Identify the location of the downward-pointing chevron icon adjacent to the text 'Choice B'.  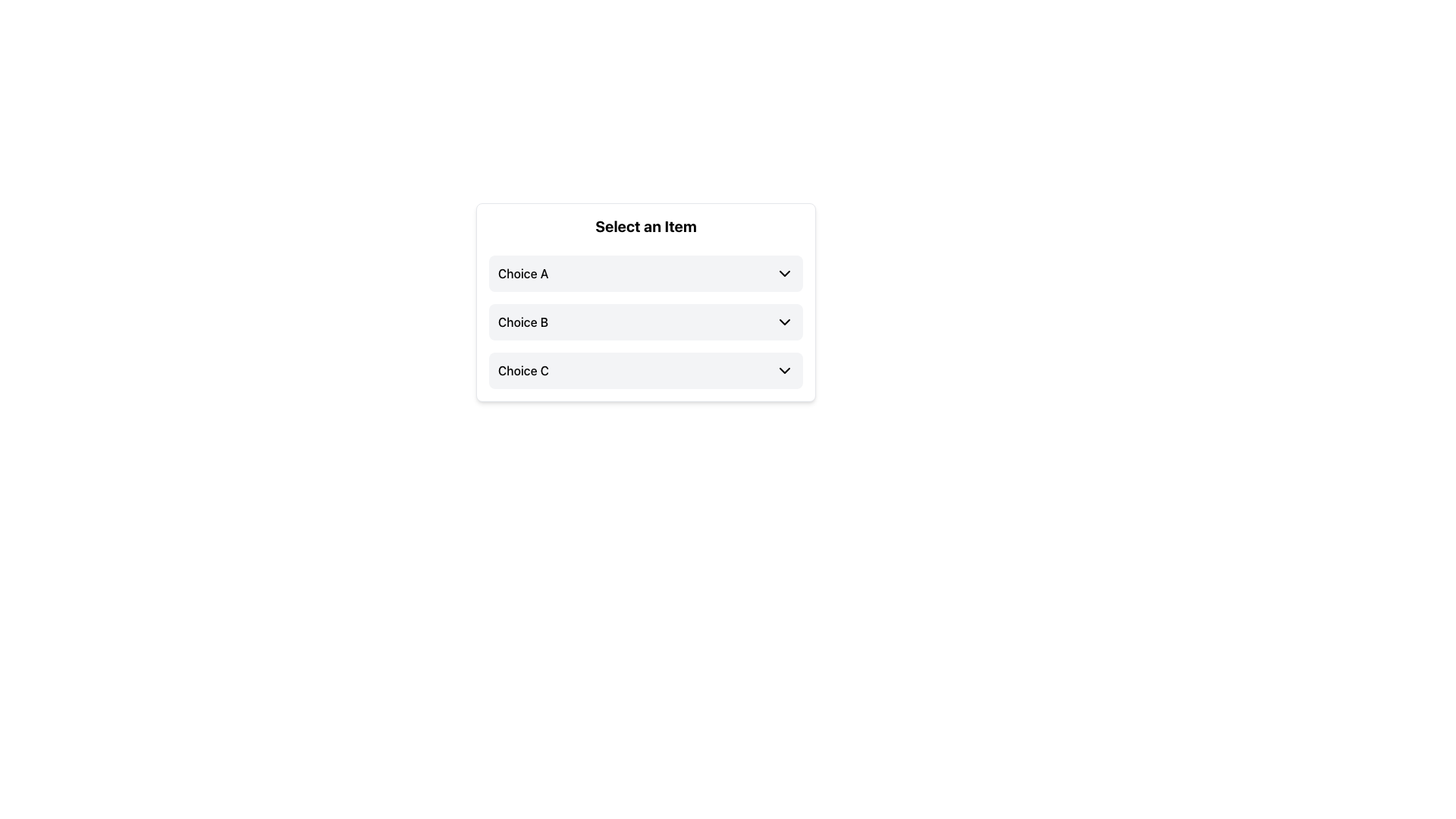
(785, 321).